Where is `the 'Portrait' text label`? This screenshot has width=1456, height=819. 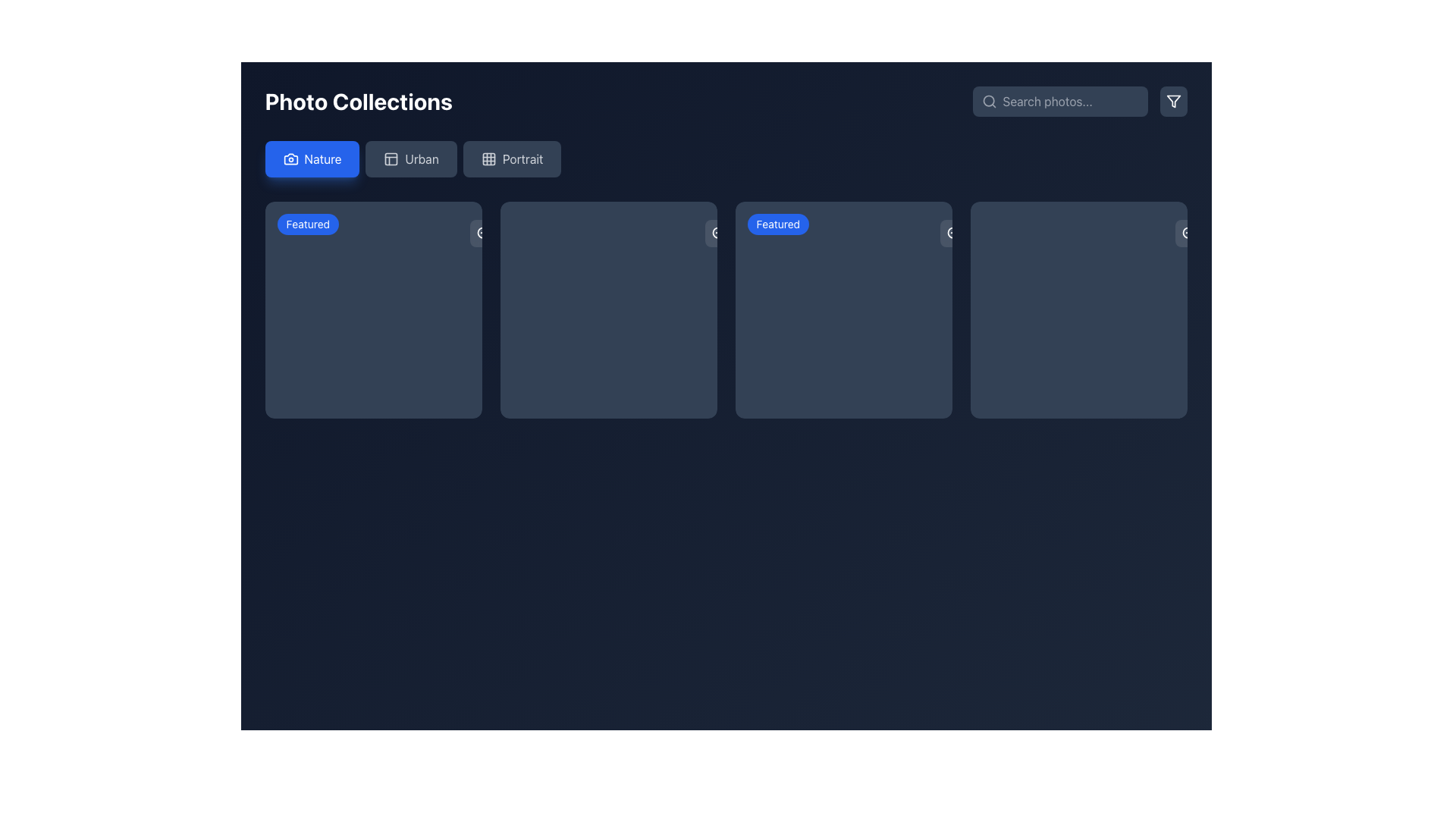
the 'Portrait' text label is located at coordinates (522, 158).